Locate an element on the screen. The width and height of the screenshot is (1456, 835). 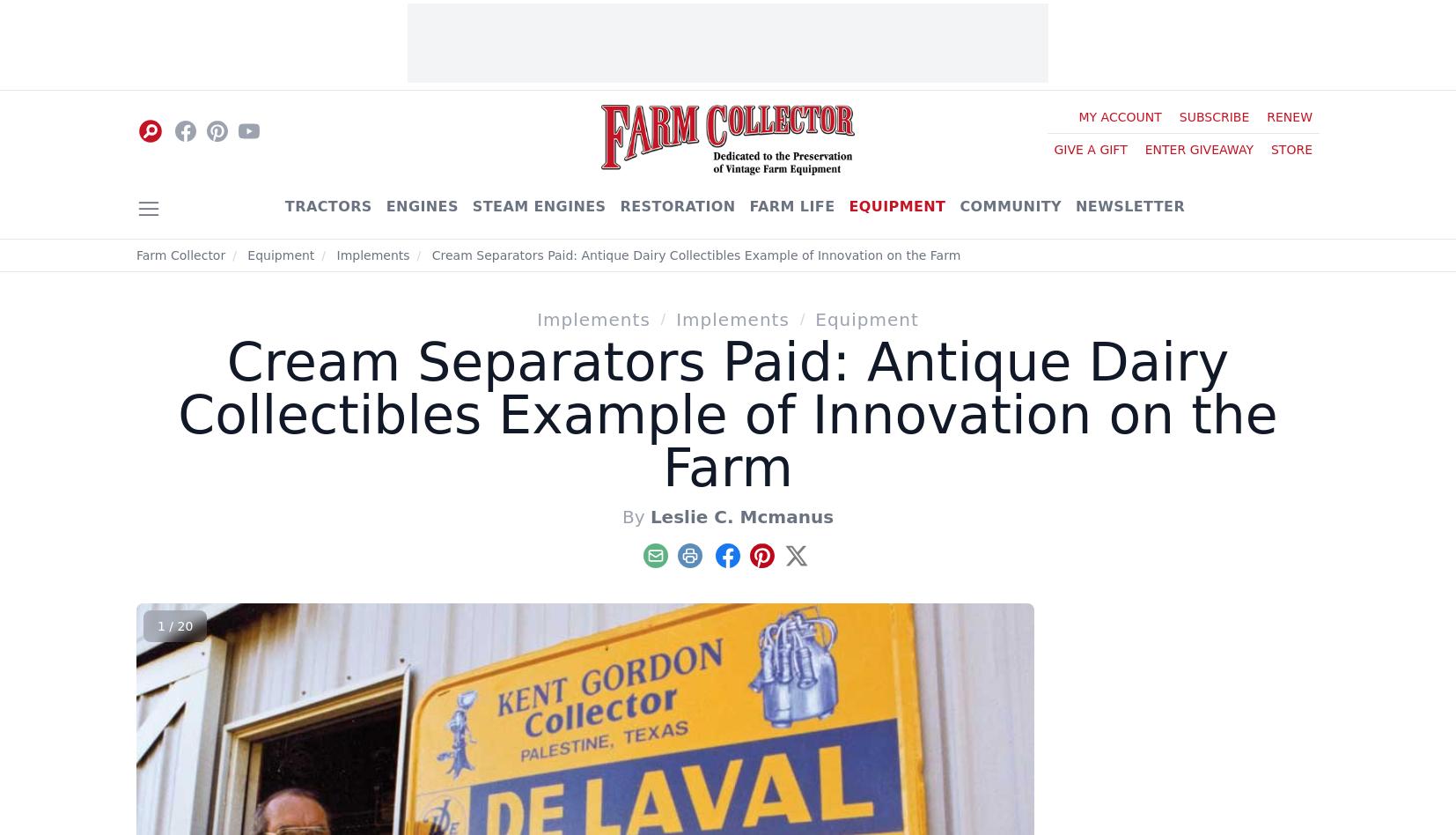
'The Wetmore Tractor' is located at coordinates (1130, 299).